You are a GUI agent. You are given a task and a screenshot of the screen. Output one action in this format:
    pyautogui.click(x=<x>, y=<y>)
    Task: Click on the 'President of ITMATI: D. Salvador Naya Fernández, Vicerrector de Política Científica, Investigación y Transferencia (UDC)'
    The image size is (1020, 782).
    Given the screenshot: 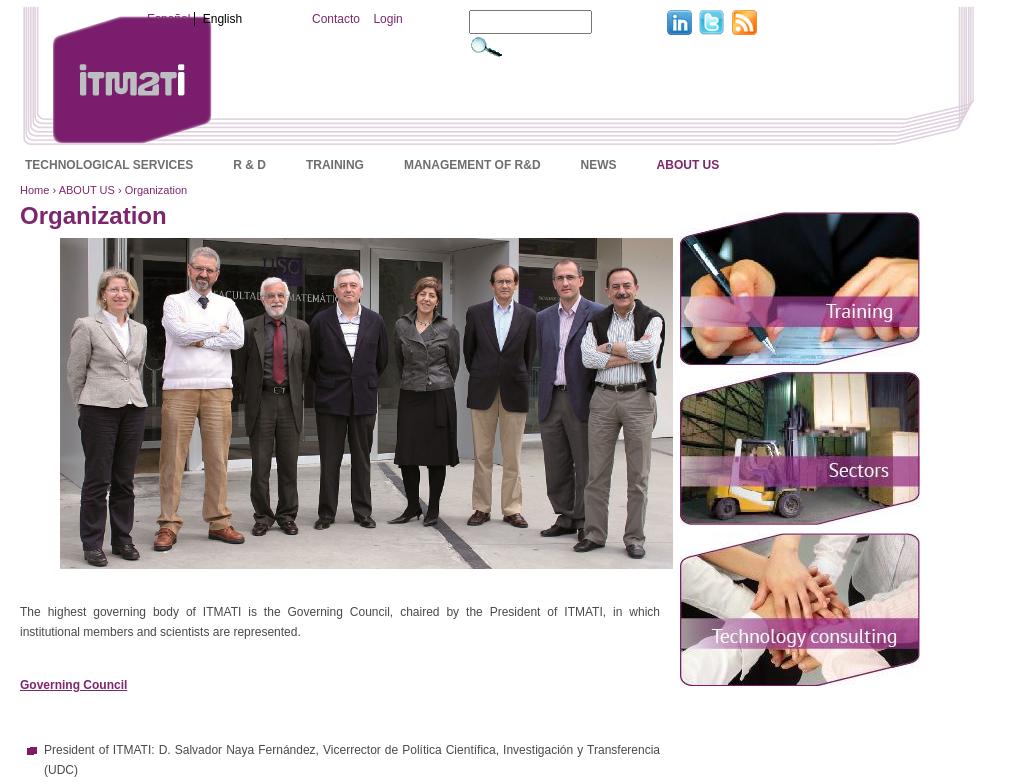 What is the action you would take?
    pyautogui.click(x=351, y=758)
    